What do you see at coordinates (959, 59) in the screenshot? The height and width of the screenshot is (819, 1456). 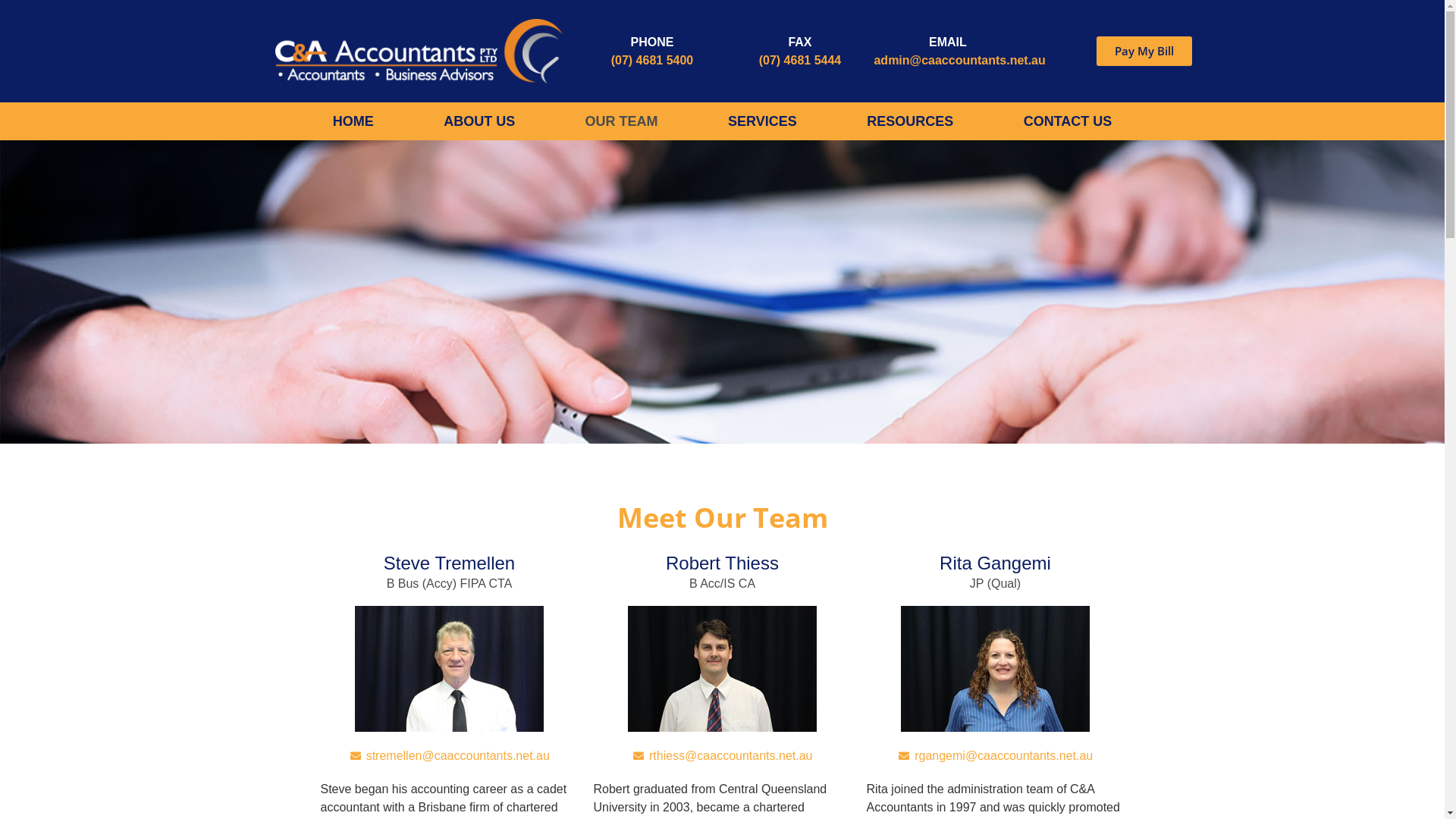 I see `'admin@caaccountants.net.au'` at bounding box center [959, 59].